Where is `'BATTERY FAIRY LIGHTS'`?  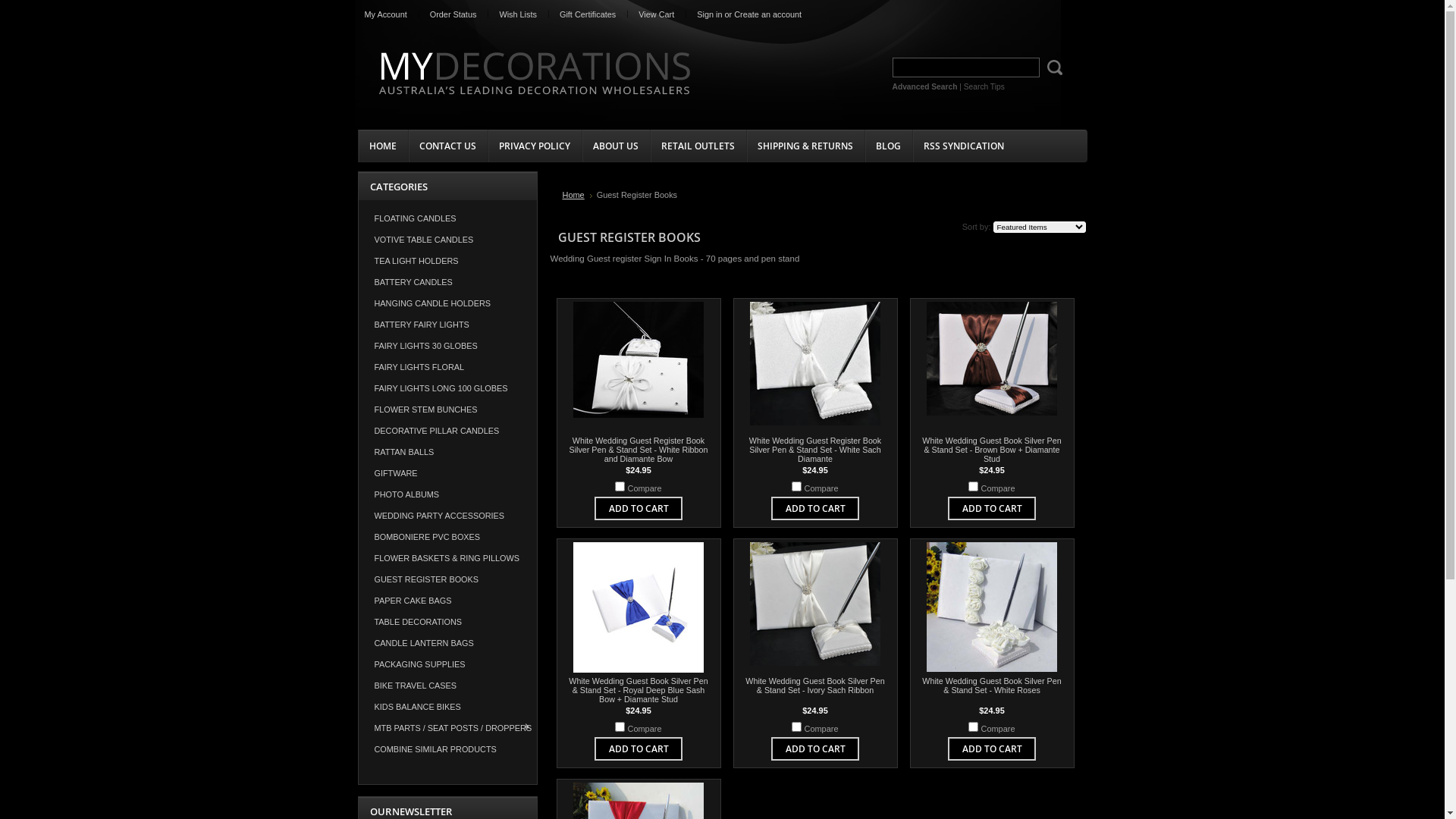
'BATTERY FAIRY LIGHTS' is located at coordinates (447, 324).